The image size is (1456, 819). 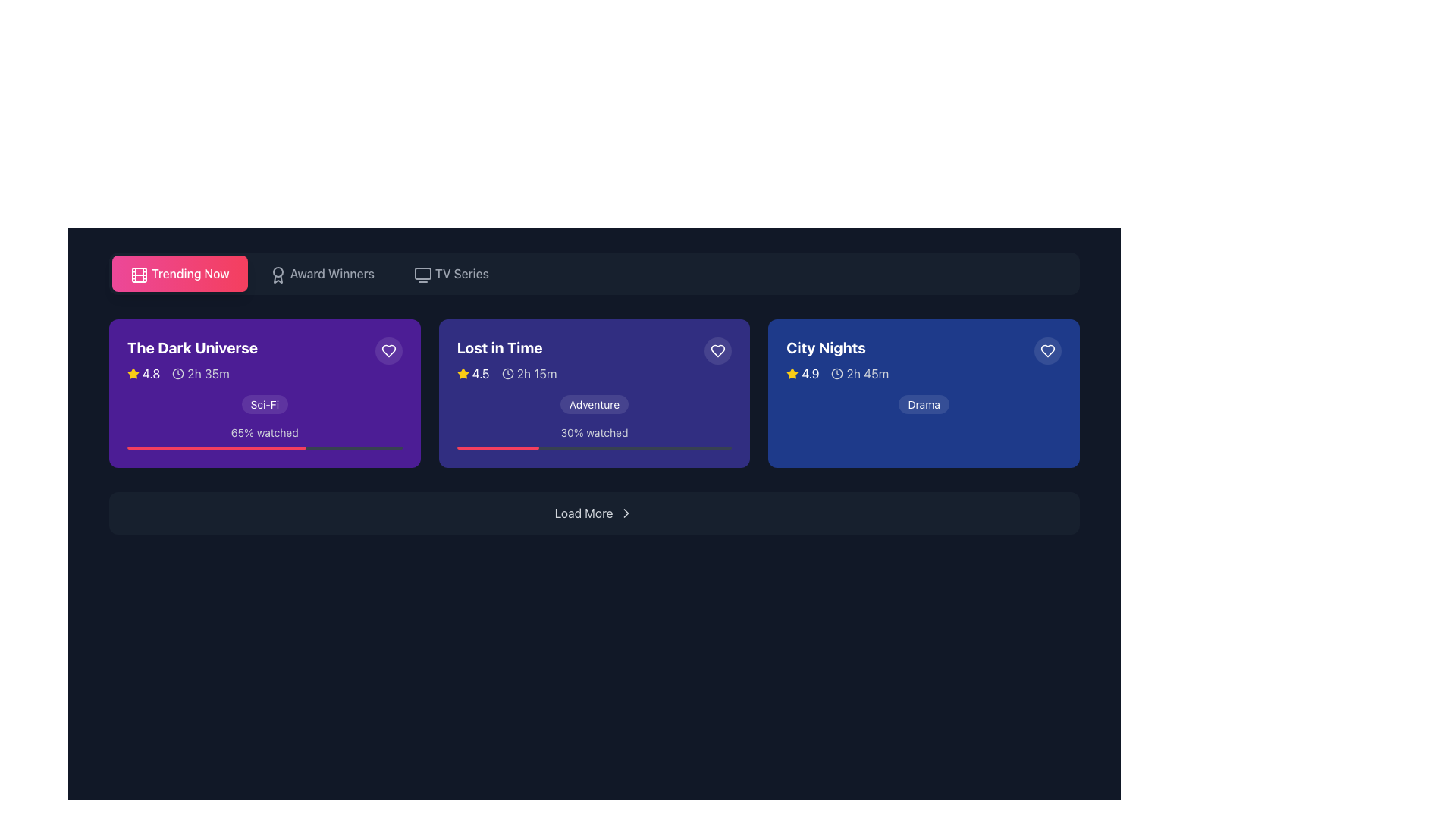 I want to click on the clock icon, which is a minimalist circular outline with clock hands, located to the left of the text displaying '2h 45m' in the 'City Nights' card, so click(x=836, y=374).